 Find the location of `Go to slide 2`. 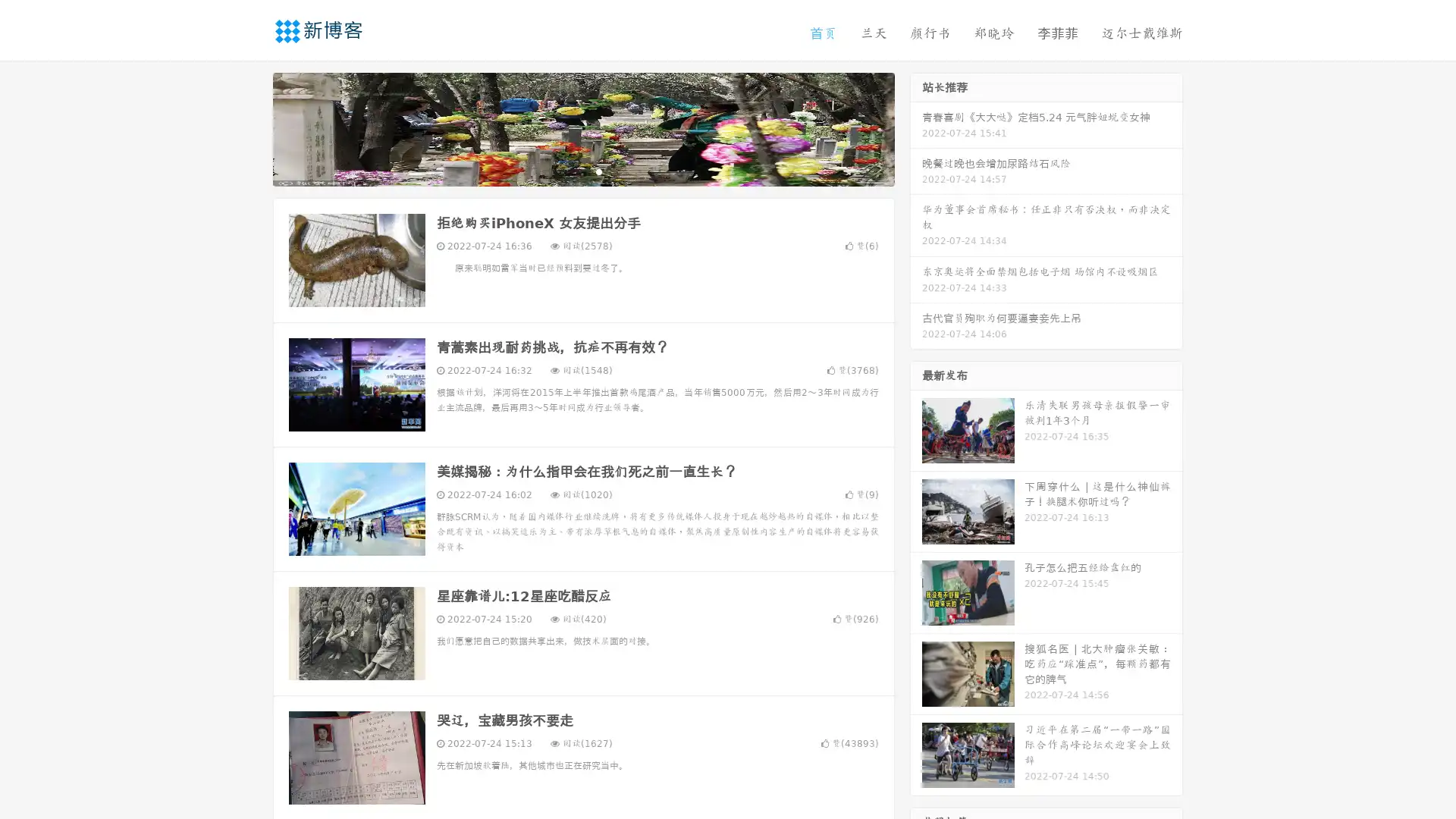

Go to slide 2 is located at coordinates (582, 171).